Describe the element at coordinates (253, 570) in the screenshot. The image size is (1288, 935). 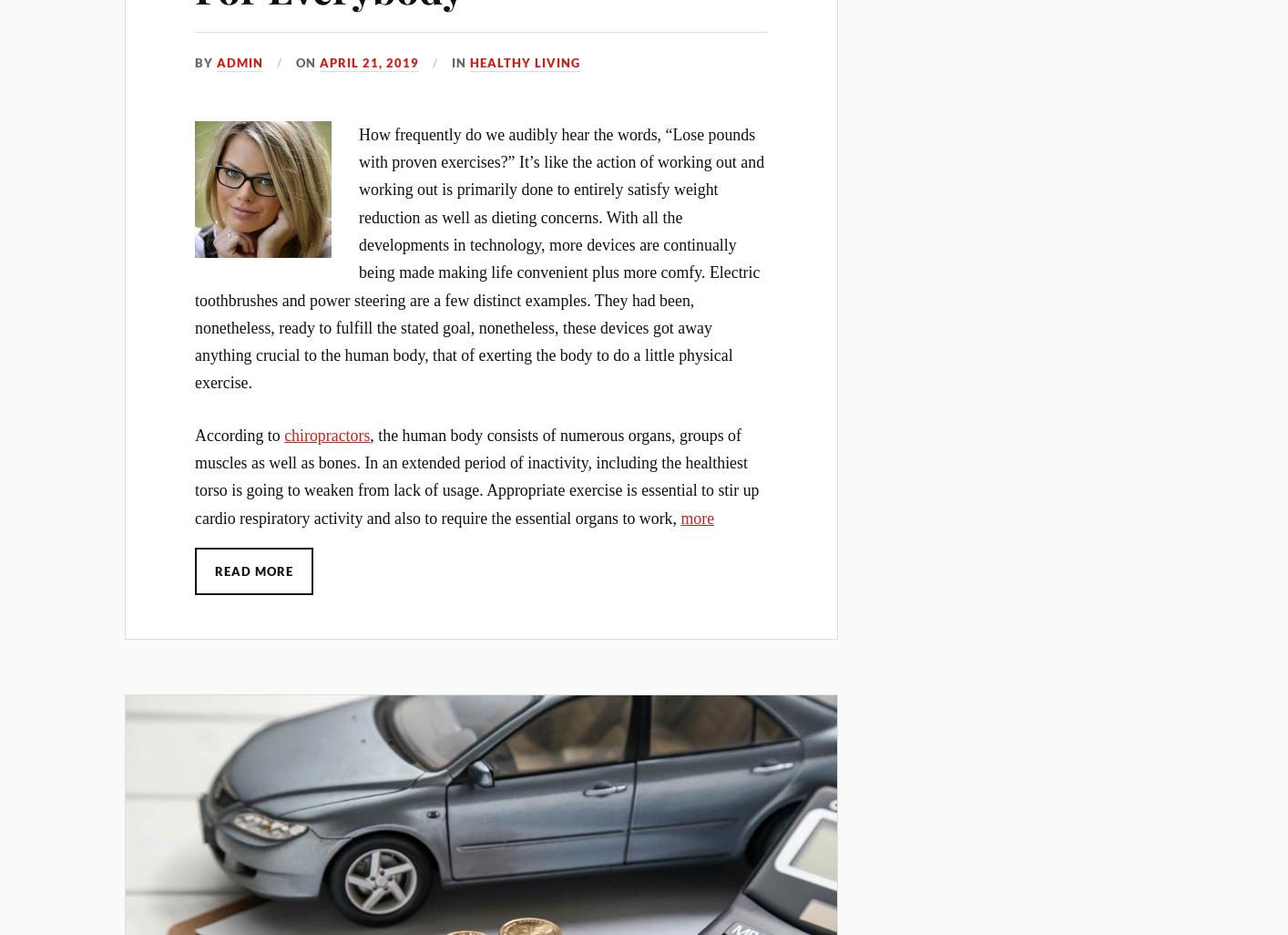
I see `'Read More'` at that location.